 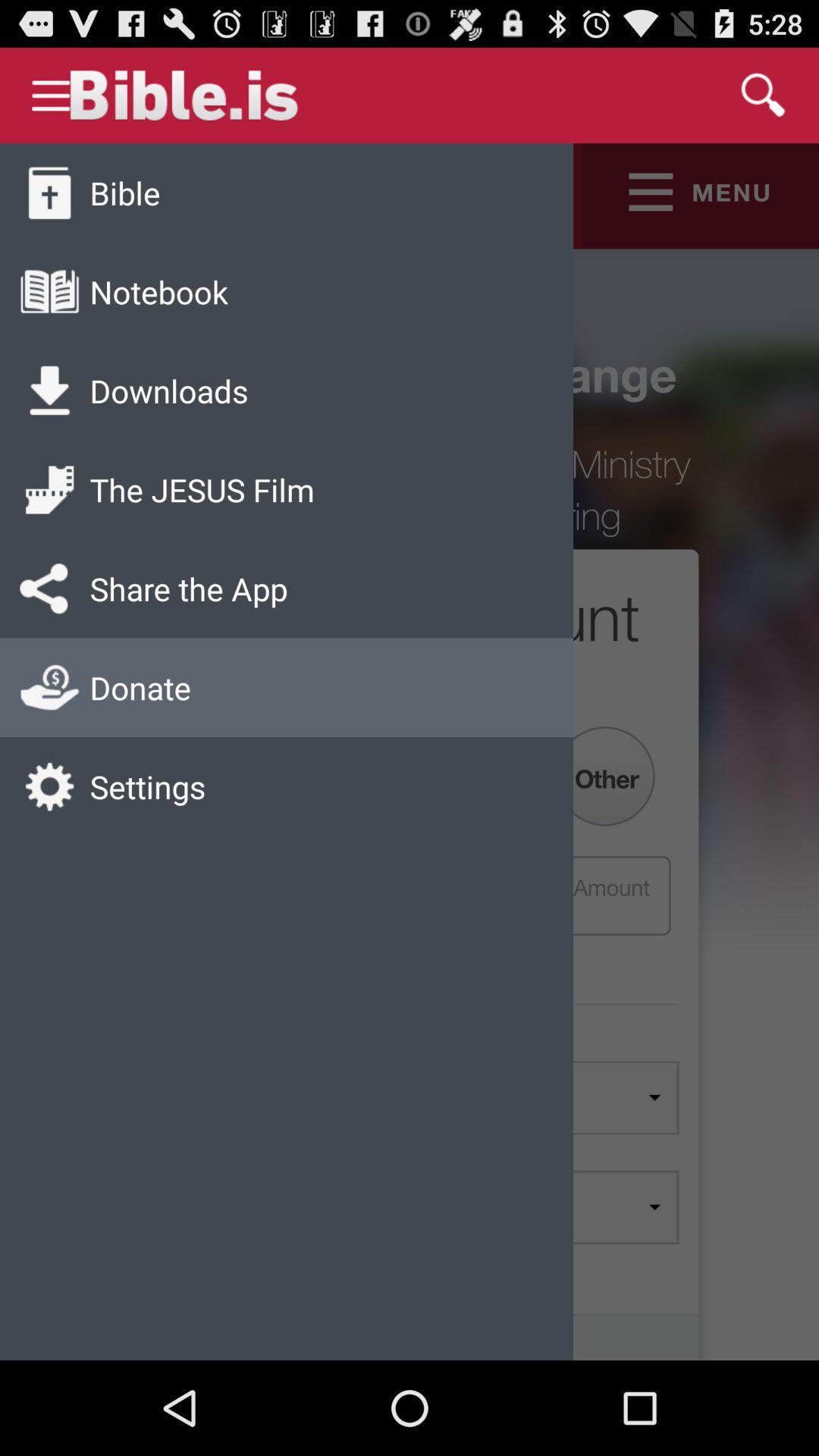 I want to click on the app below the notebook, so click(x=169, y=391).